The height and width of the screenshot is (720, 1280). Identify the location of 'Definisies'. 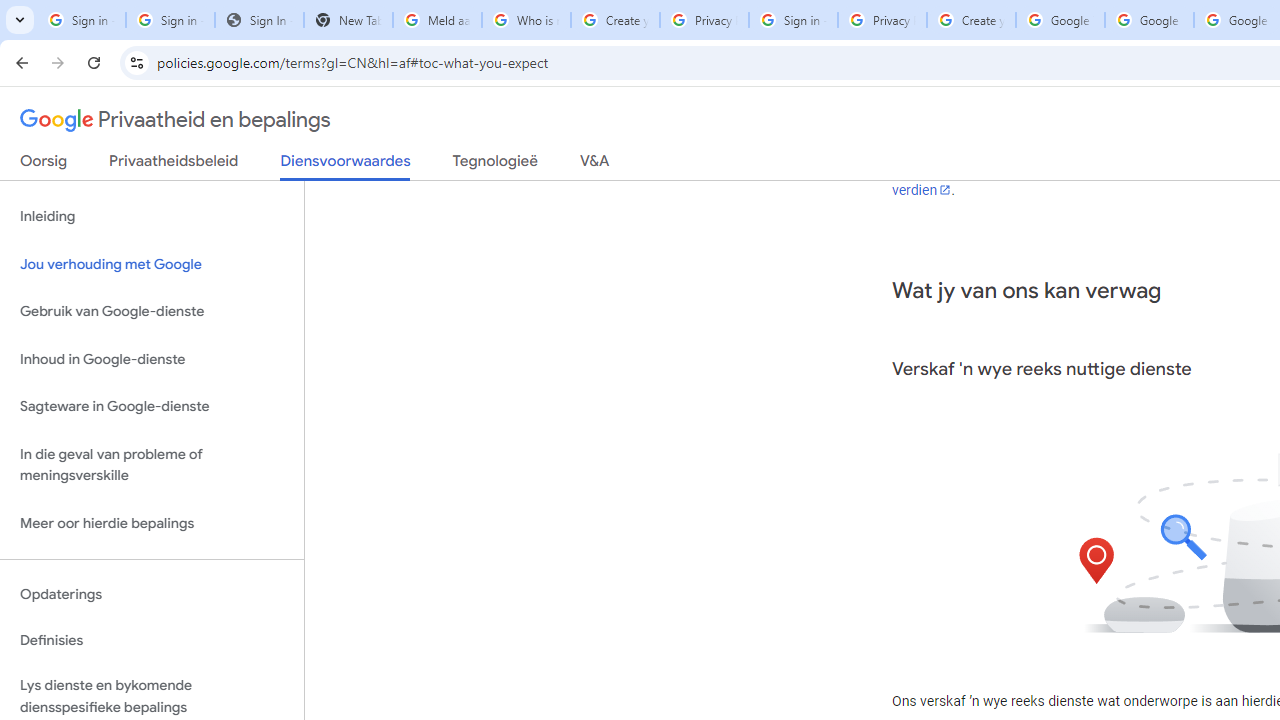
(151, 640).